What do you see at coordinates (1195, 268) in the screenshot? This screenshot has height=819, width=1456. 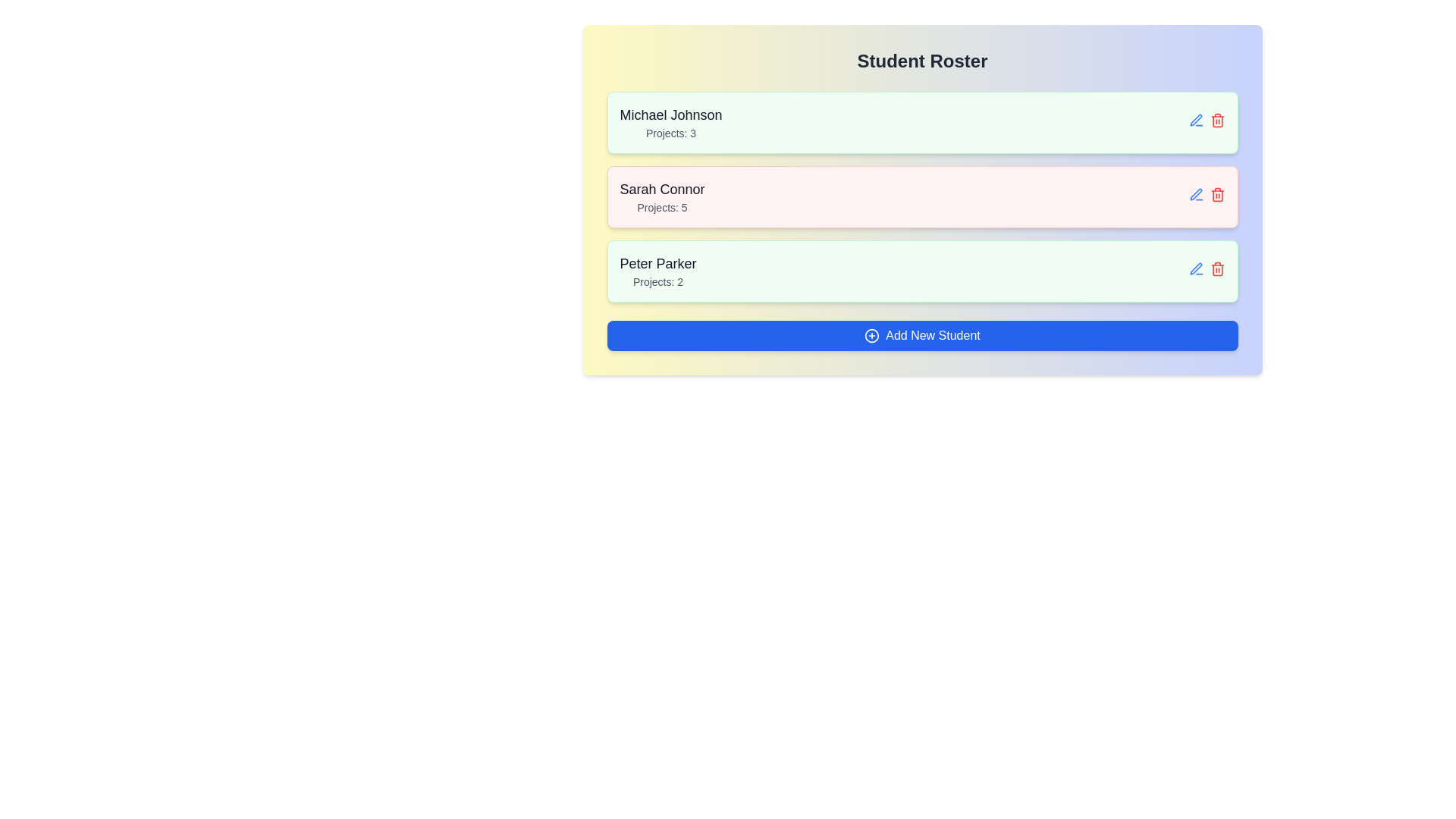 I see `the edit button for Peter Parker` at bounding box center [1195, 268].